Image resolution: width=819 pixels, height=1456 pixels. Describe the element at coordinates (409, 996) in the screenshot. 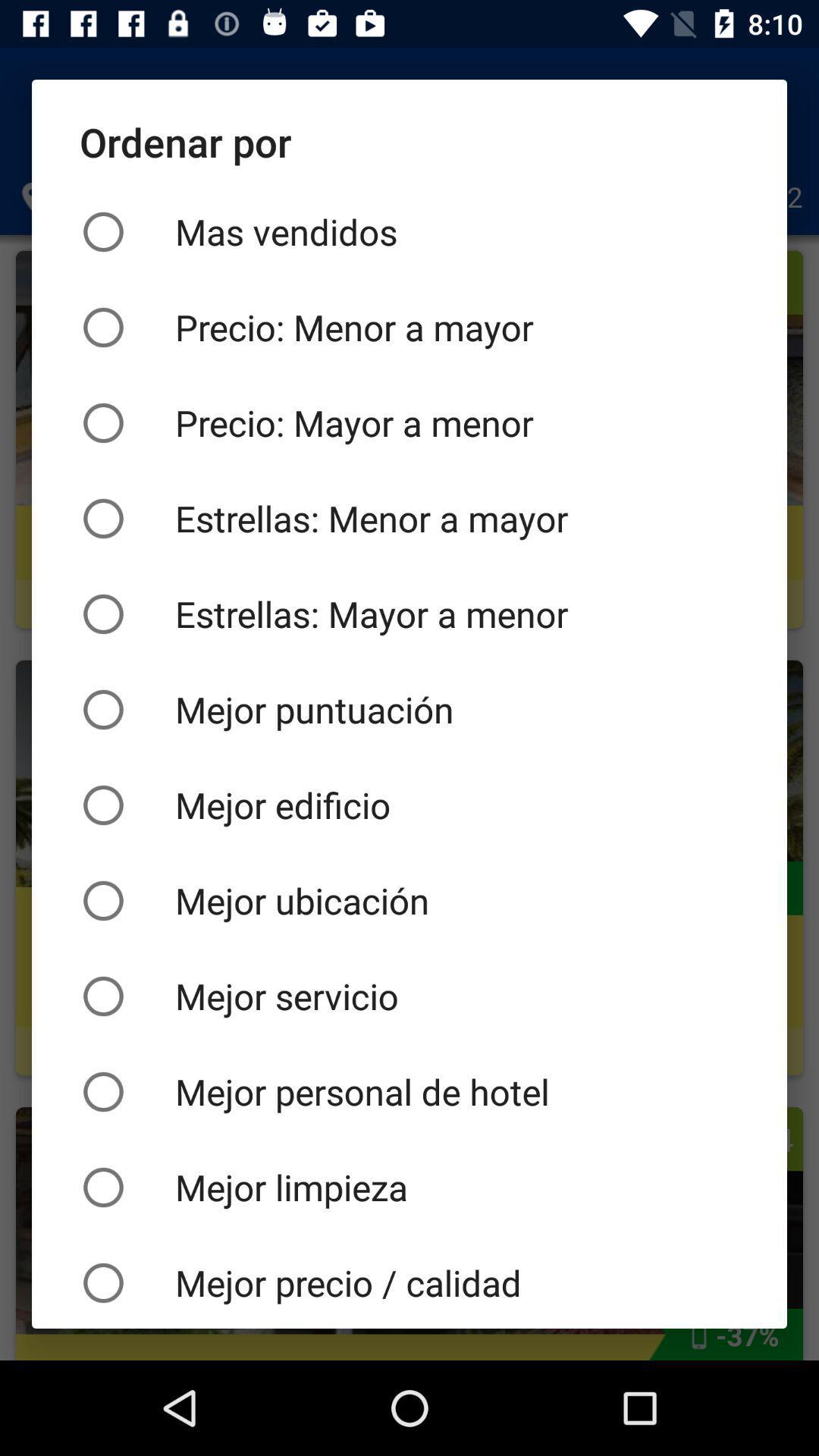

I see `the mejor servicio` at that location.